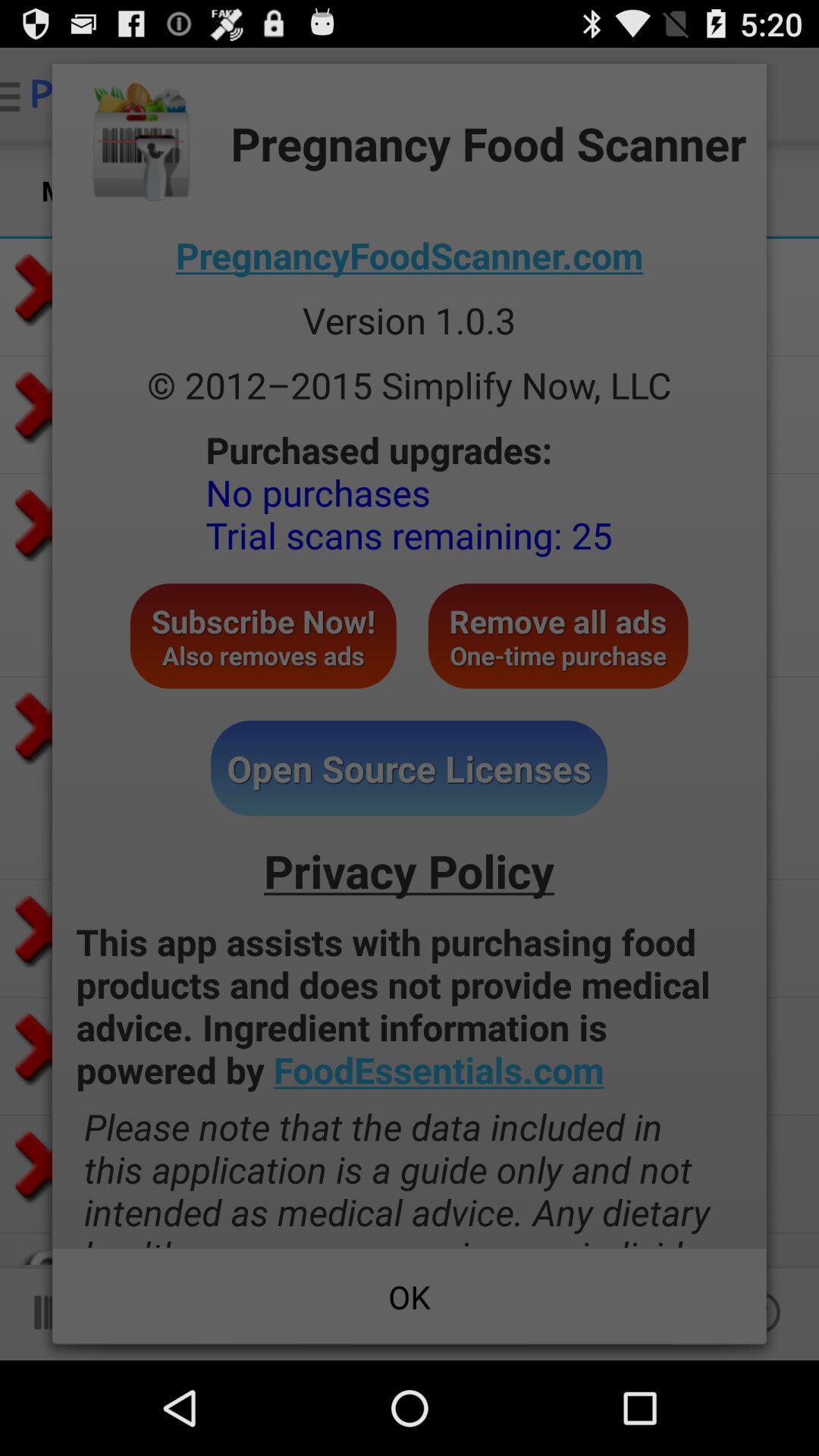 This screenshot has width=819, height=1456. What do you see at coordinates (408, 768) in the screenshot?
I see `the icon above the privacy policy icon` at bounding box center [408, 768].